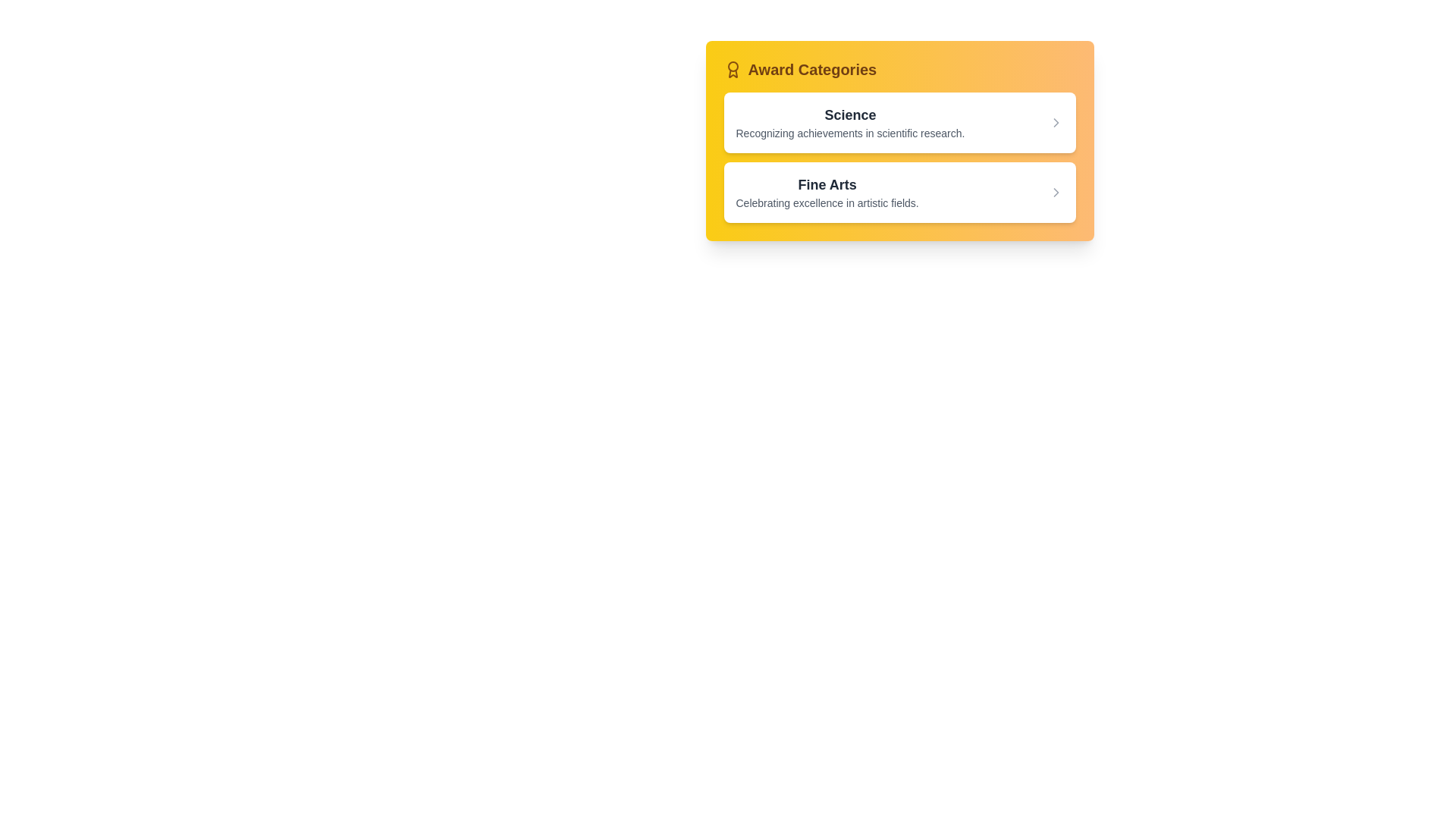 This screenshot has width=1456, height=819. I want to click on the static text element displaying 'Celebrating excellence in artistic fields.' which is located below the 'Fine Arts' title in a light gray font, so click(827, 202).